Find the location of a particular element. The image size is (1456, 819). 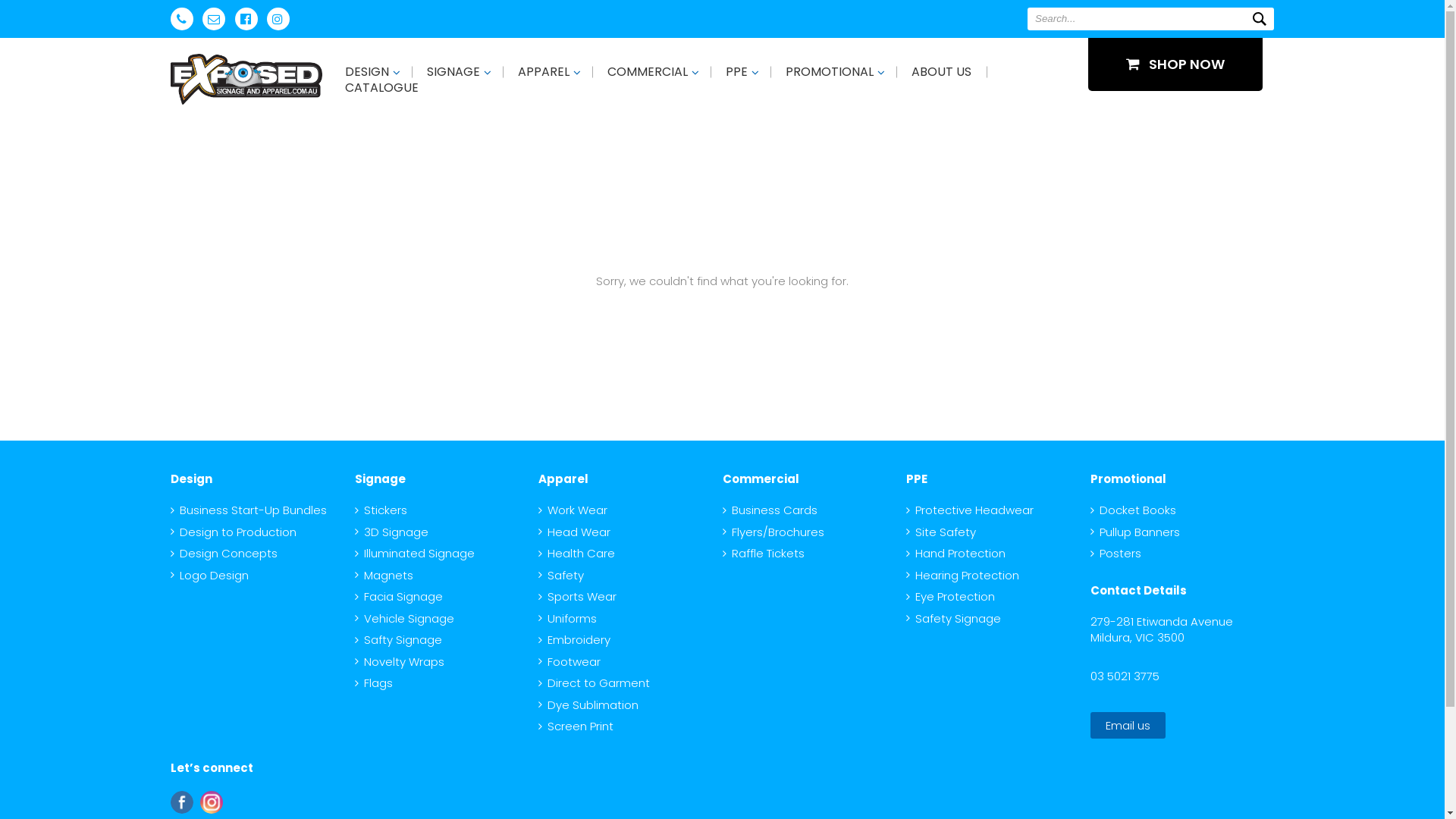

'Site Safety' is located at coordinates (940, 530).